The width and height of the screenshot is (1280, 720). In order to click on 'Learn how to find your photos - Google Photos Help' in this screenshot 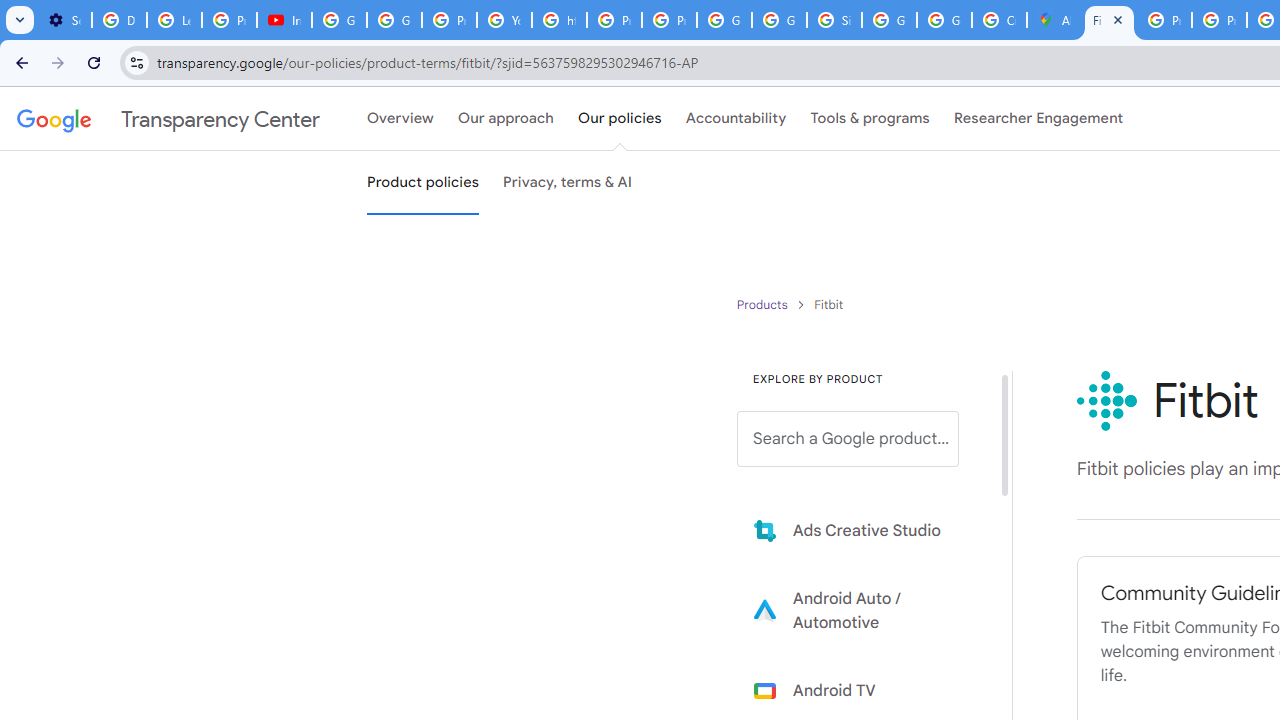, I will do `click(174, 20)`.